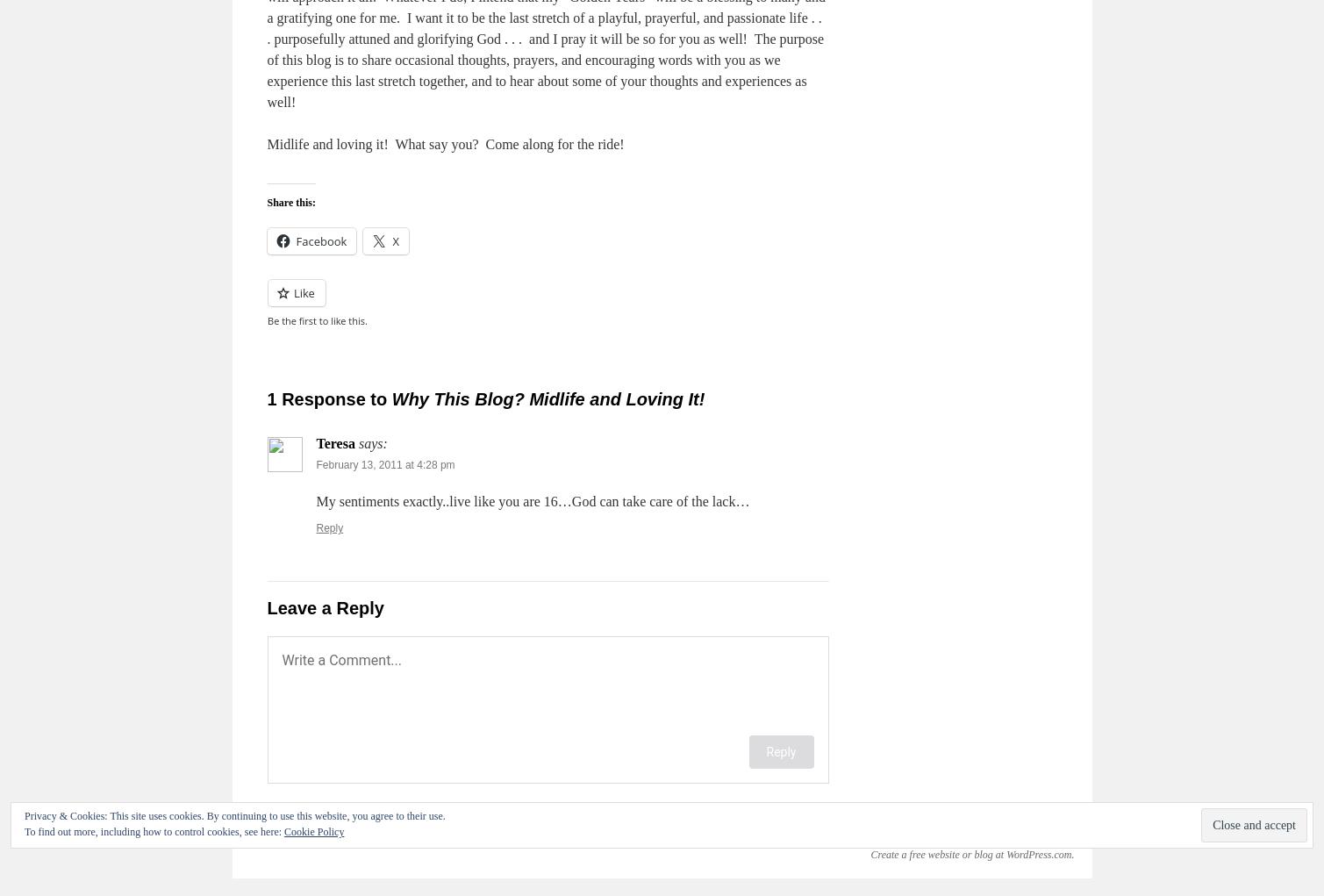 The height and width of the screenshot is (896, 1324). What do you see at coordinates (283, 830) in the screenshot?
I see `'Cookie Policy'` at bounding box center [283, 830].